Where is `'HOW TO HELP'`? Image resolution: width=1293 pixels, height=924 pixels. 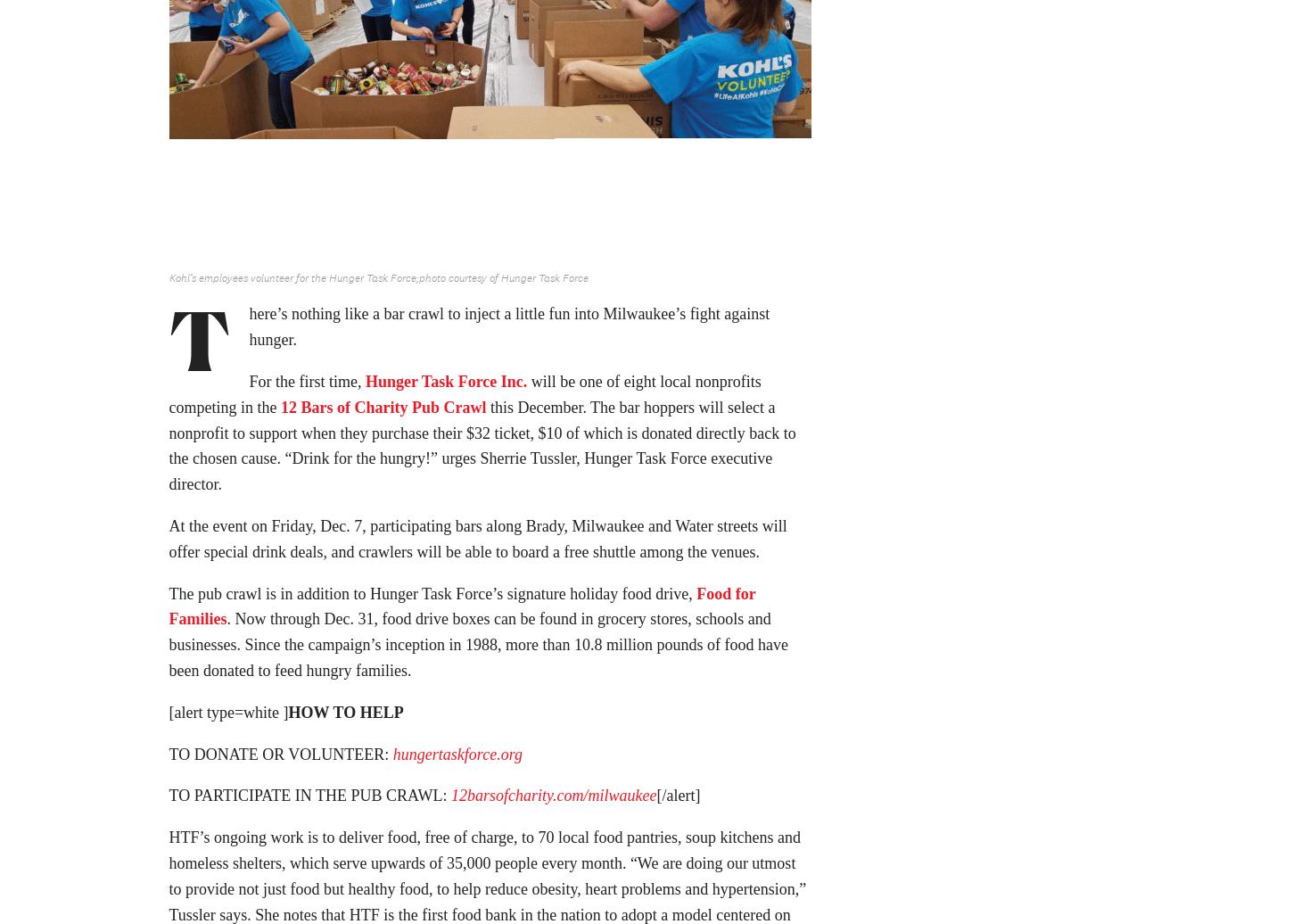
'HOW TO HELP' is located at coordinates (344, 717).